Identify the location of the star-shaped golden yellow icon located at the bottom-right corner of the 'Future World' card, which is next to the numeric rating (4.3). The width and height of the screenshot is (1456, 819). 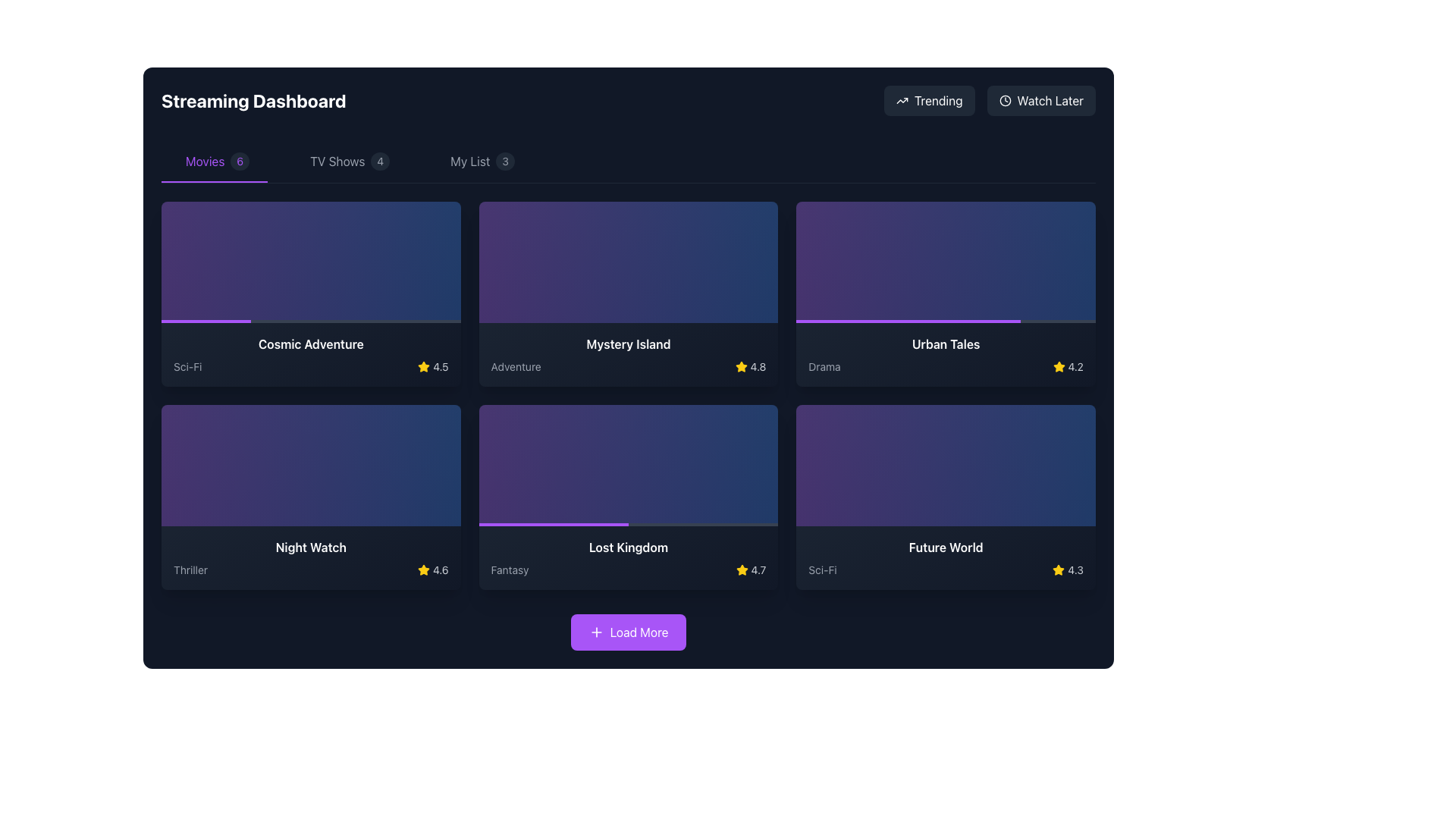
(1058, 570).